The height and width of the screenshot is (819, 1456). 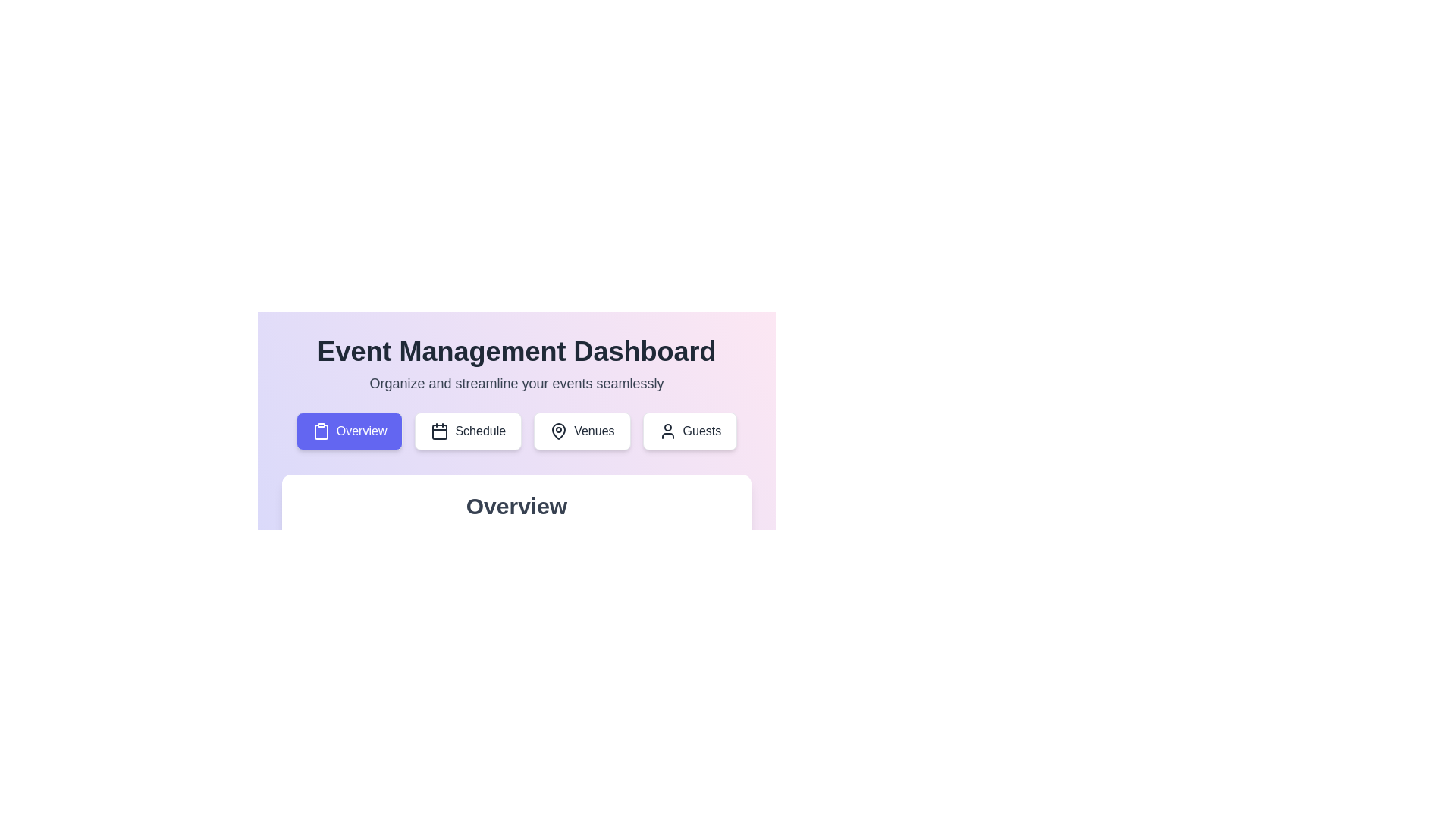 What do you see at coordinates (349, 431) in the screenshot?
I see `the Overview tab by clicking on its button` at bounding box center [349, 431].